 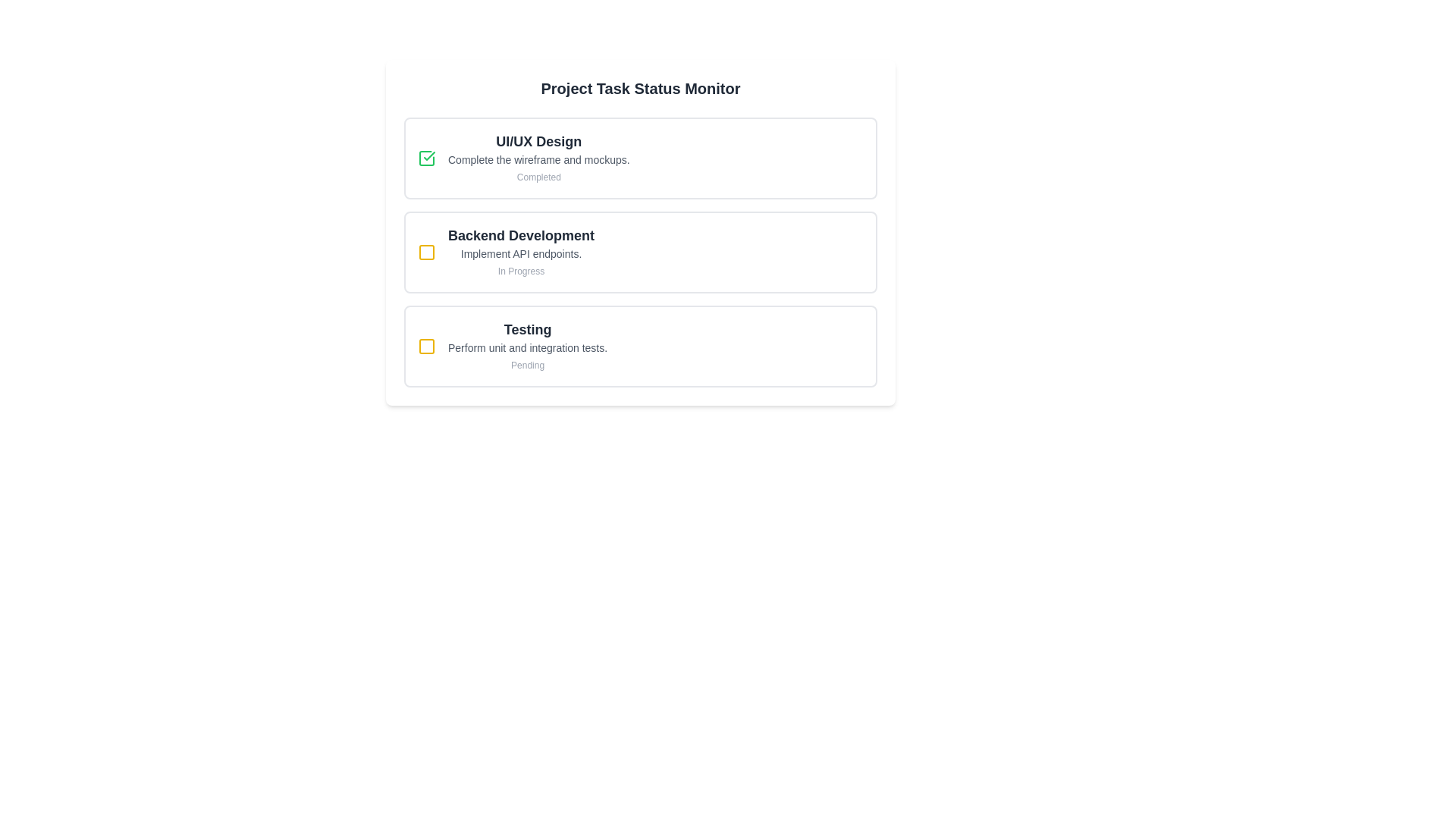 What do you see at coordinates (432, 251) in the screenshot?
I see `the visual indicator icon located to the far left of the 'Backend Development' section` at bounding box center [432, 251].